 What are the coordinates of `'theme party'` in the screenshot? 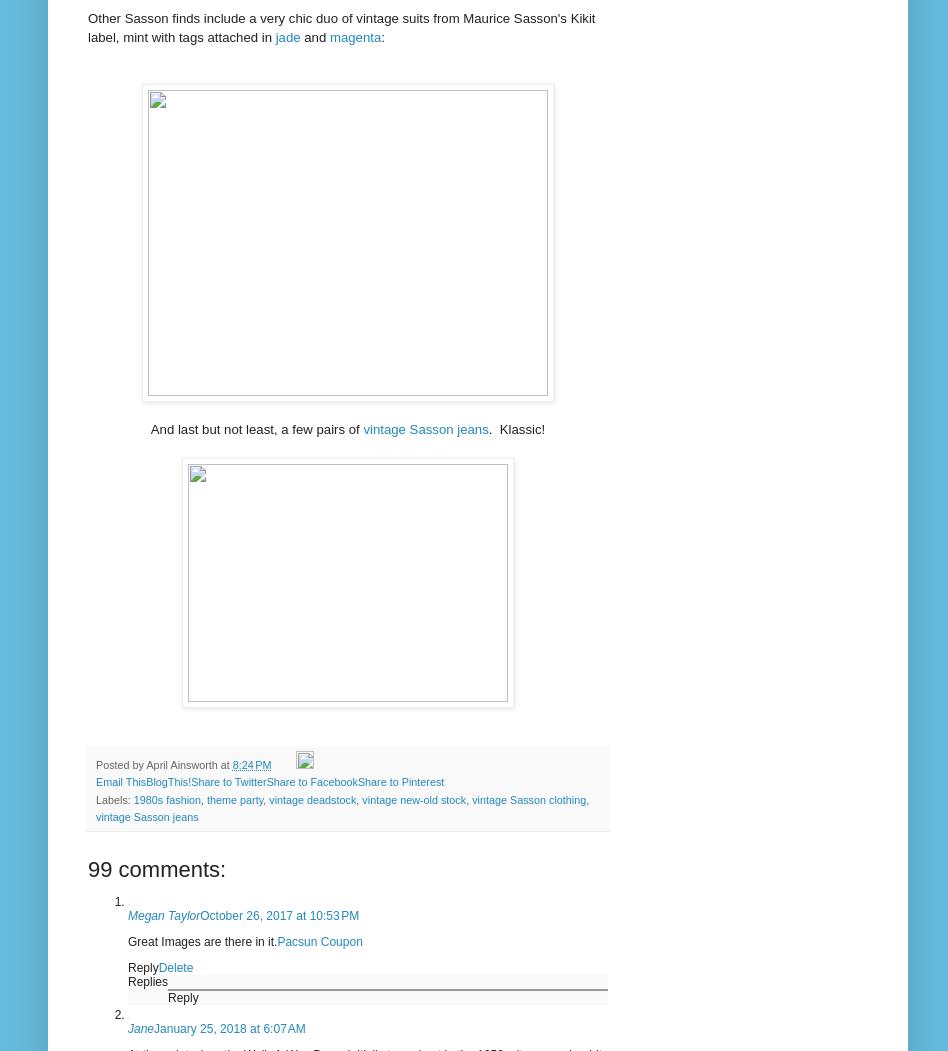 It's located at (206, 797).